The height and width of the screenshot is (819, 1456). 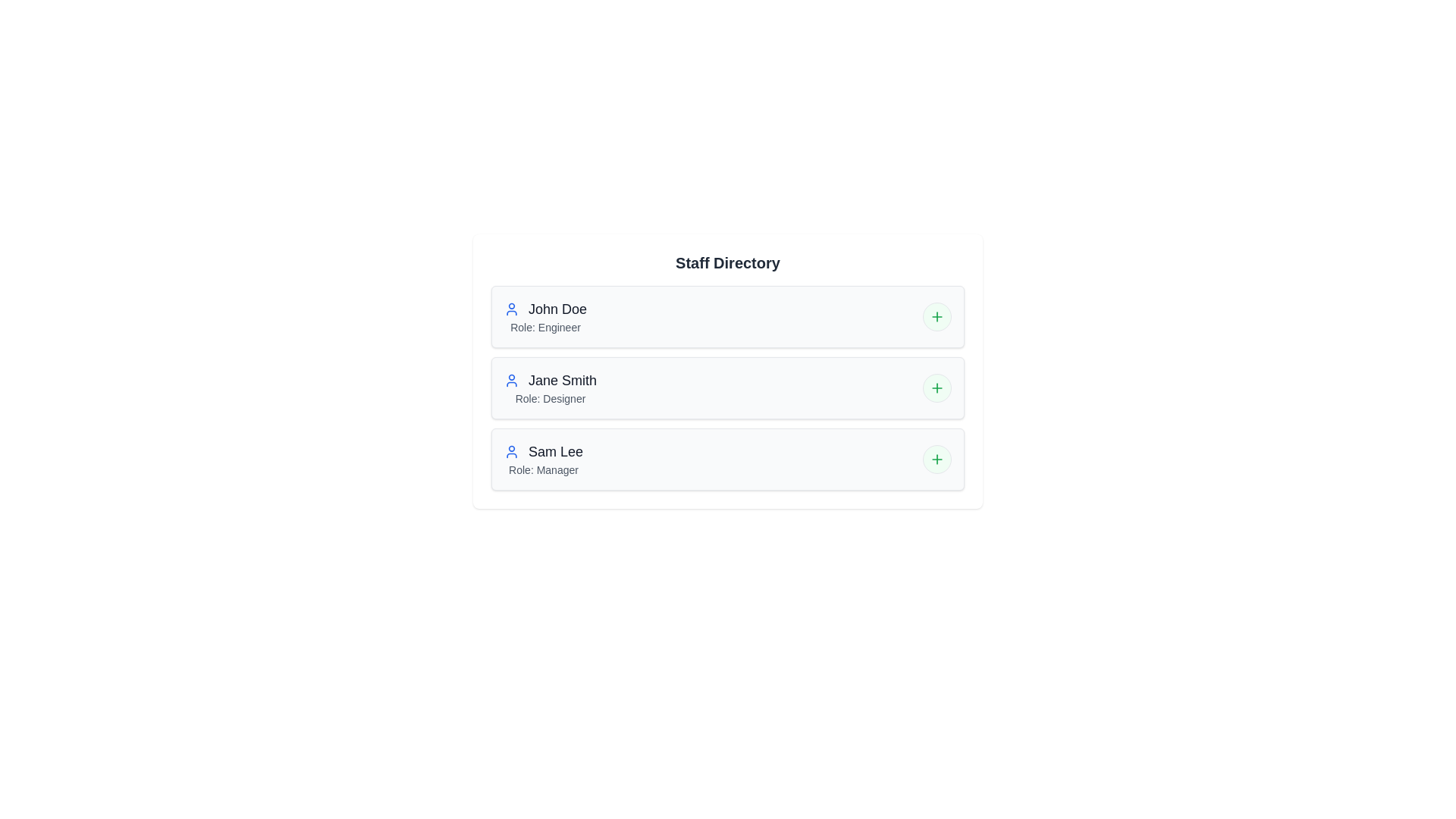 What do you see at coordinates (937, 315) in the screenshot?
I see `the expand/collapse button for John Doe` at bounding box center [937, 315].